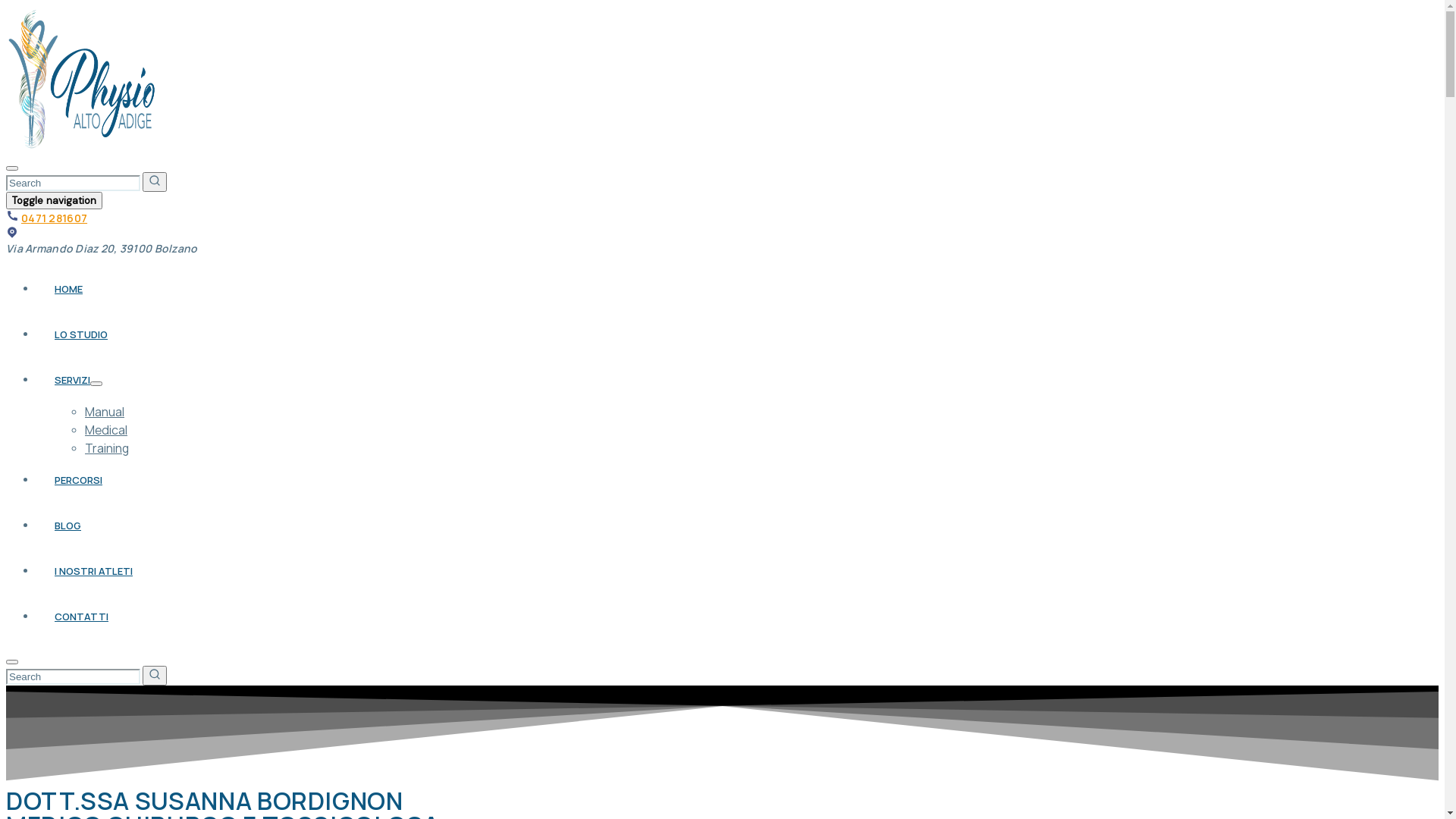 The image size is (1456, 819). I want to click on 'Show sub menu', so click(95, 382).